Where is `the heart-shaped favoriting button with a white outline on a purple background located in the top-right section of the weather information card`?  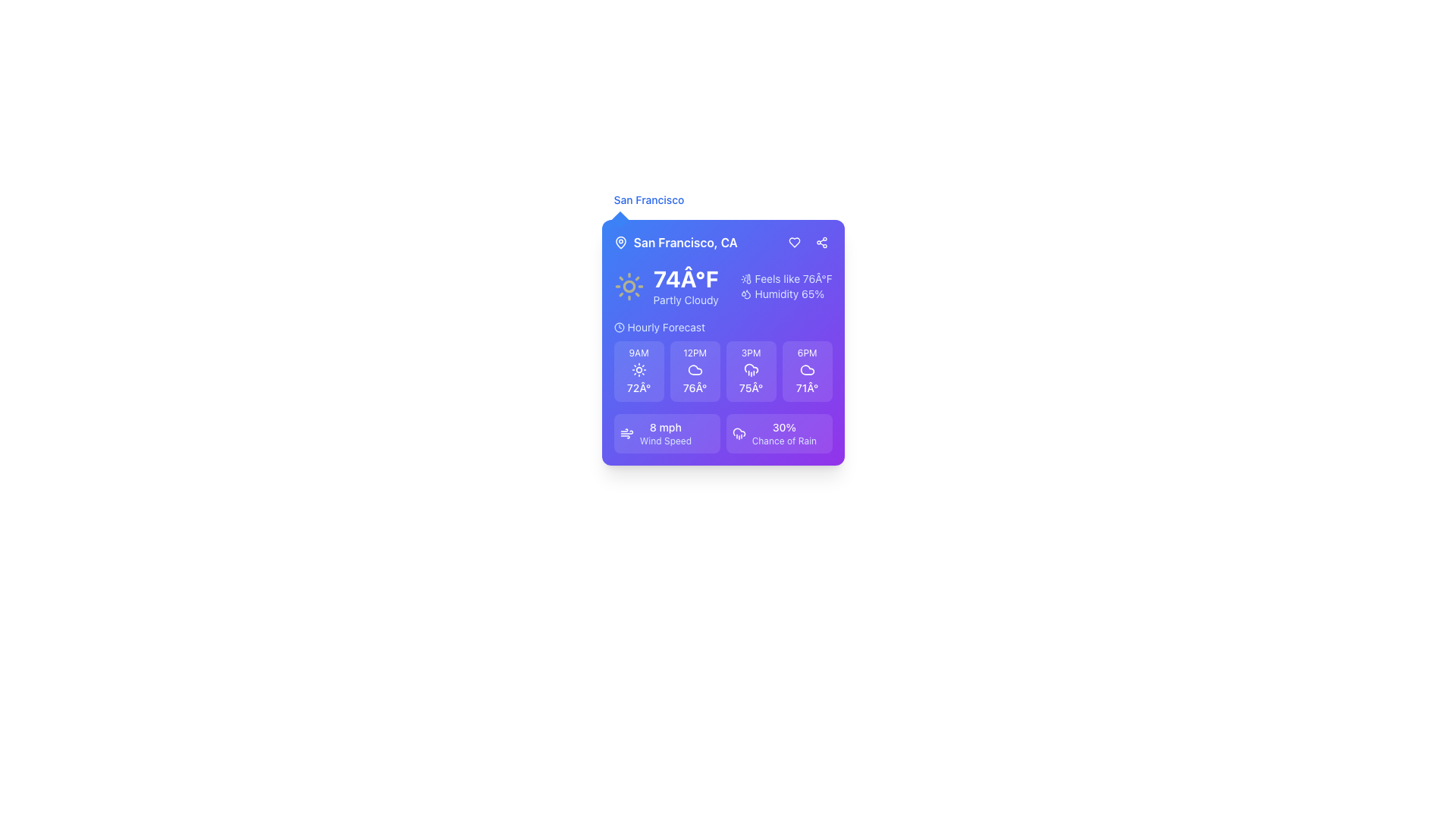 the heart-shaped favoriting button with a white outline on a purple background located in the top-right section of the weather information card is located at coordinates (793, 242).